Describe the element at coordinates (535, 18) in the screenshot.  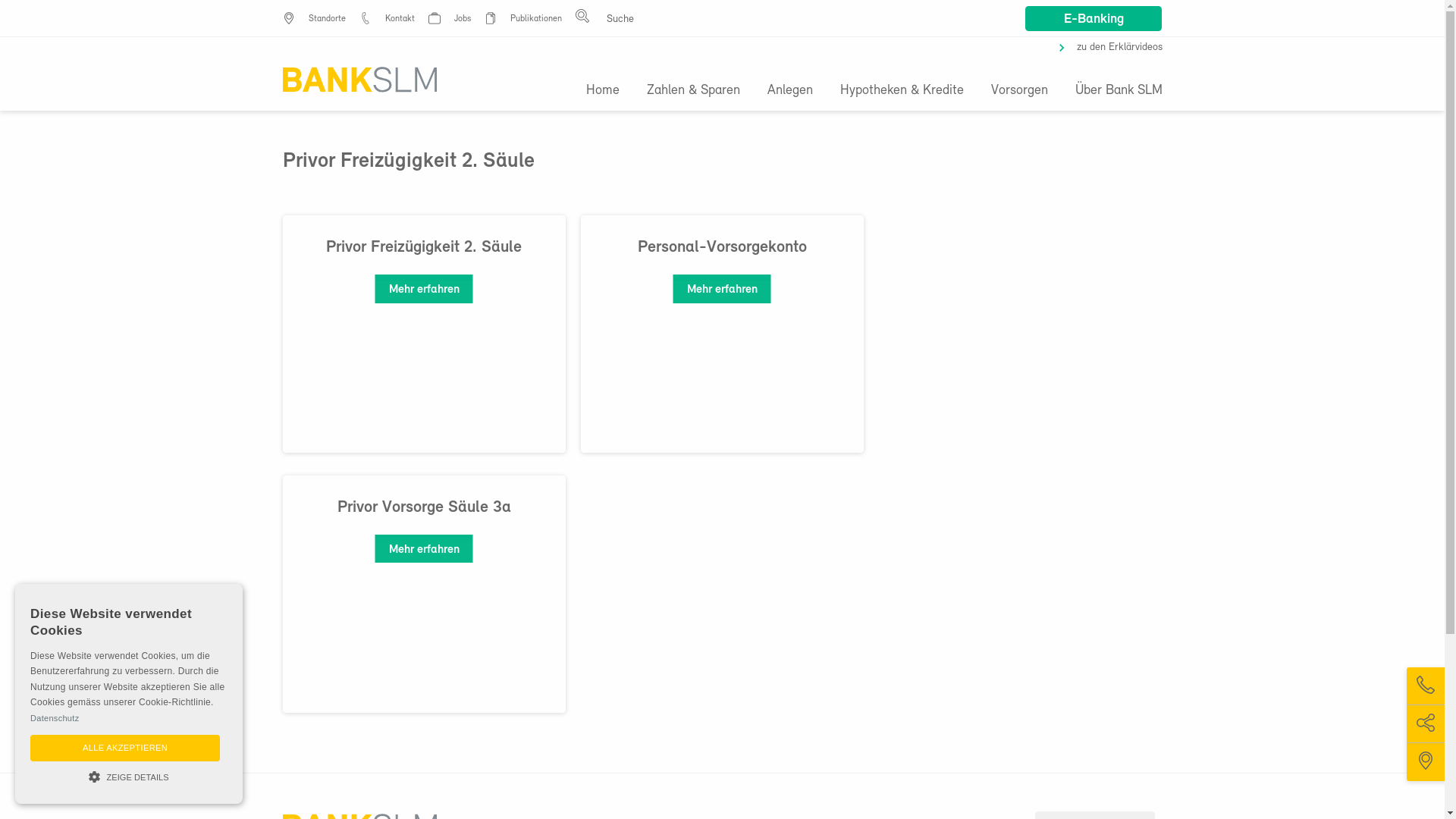
I see `'Publikationen'` at that location.